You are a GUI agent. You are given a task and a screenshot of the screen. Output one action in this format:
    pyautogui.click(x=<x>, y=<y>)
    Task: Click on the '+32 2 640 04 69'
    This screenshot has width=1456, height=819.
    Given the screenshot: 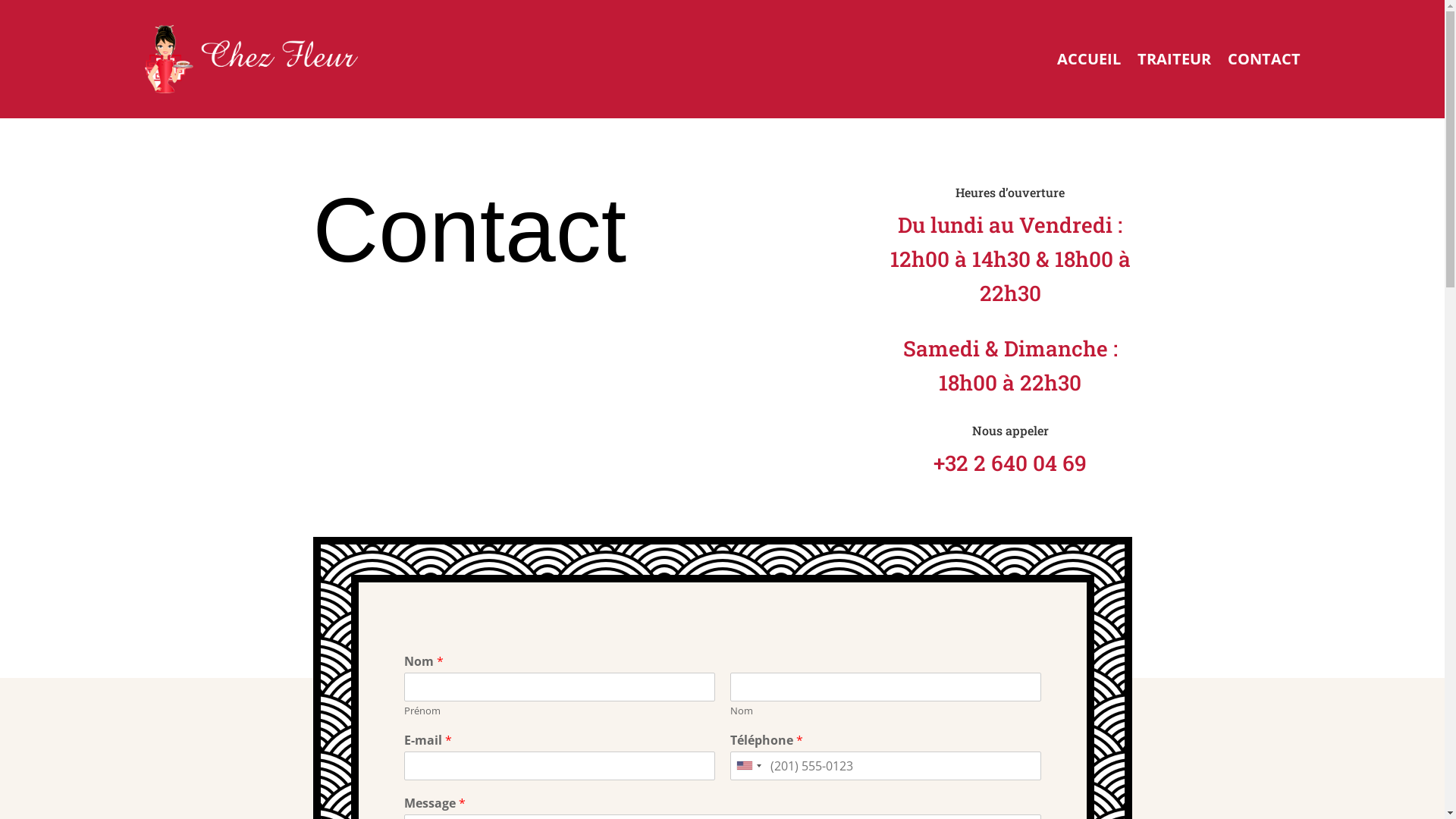 What is the action you would take?
    pyautogui.click(x=1009, y=462)
    